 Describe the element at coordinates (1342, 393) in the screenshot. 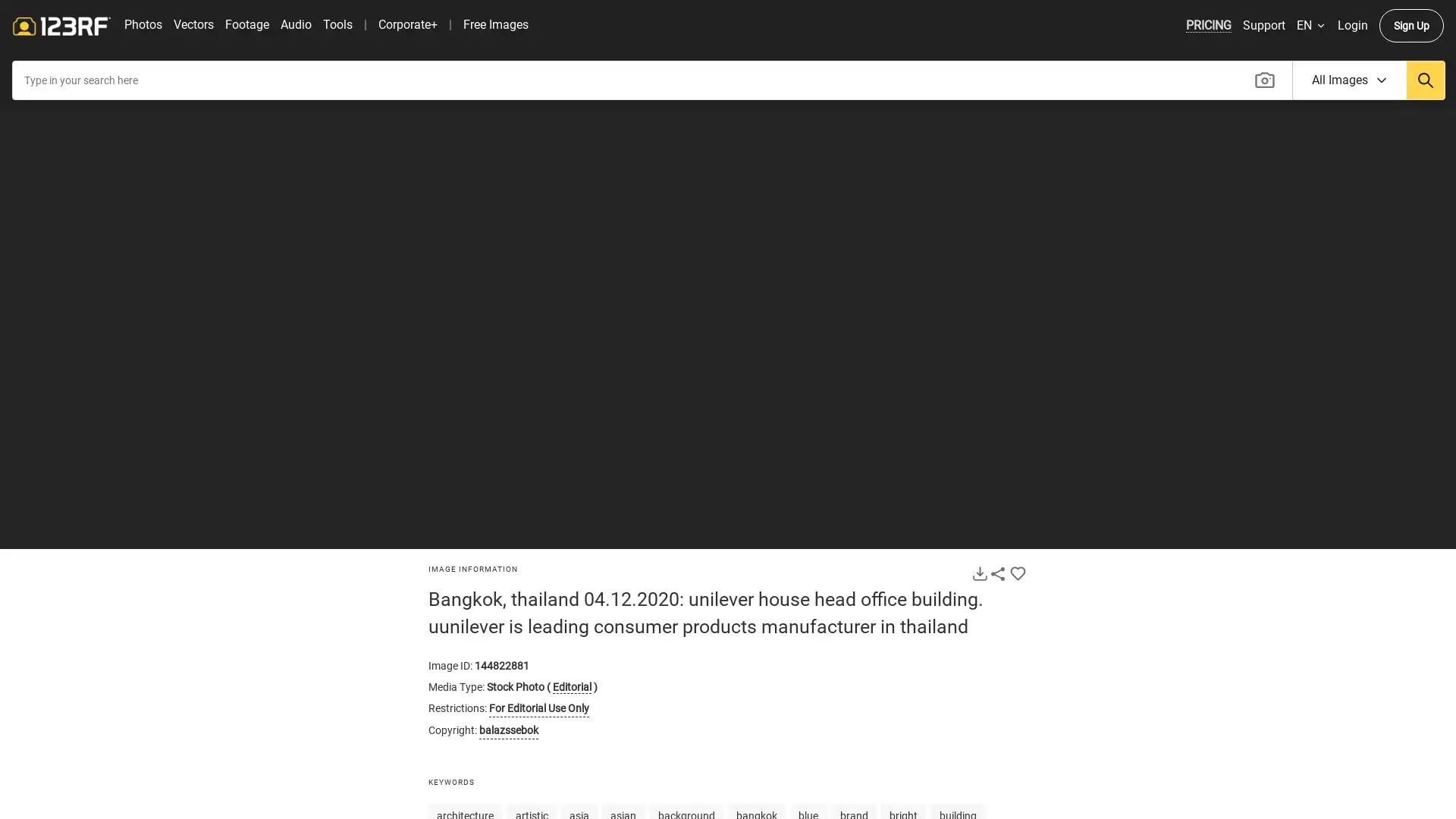

I see `L 5824 x 3880 px  300 dpi 19.41 x 12.93 inches` at that location.